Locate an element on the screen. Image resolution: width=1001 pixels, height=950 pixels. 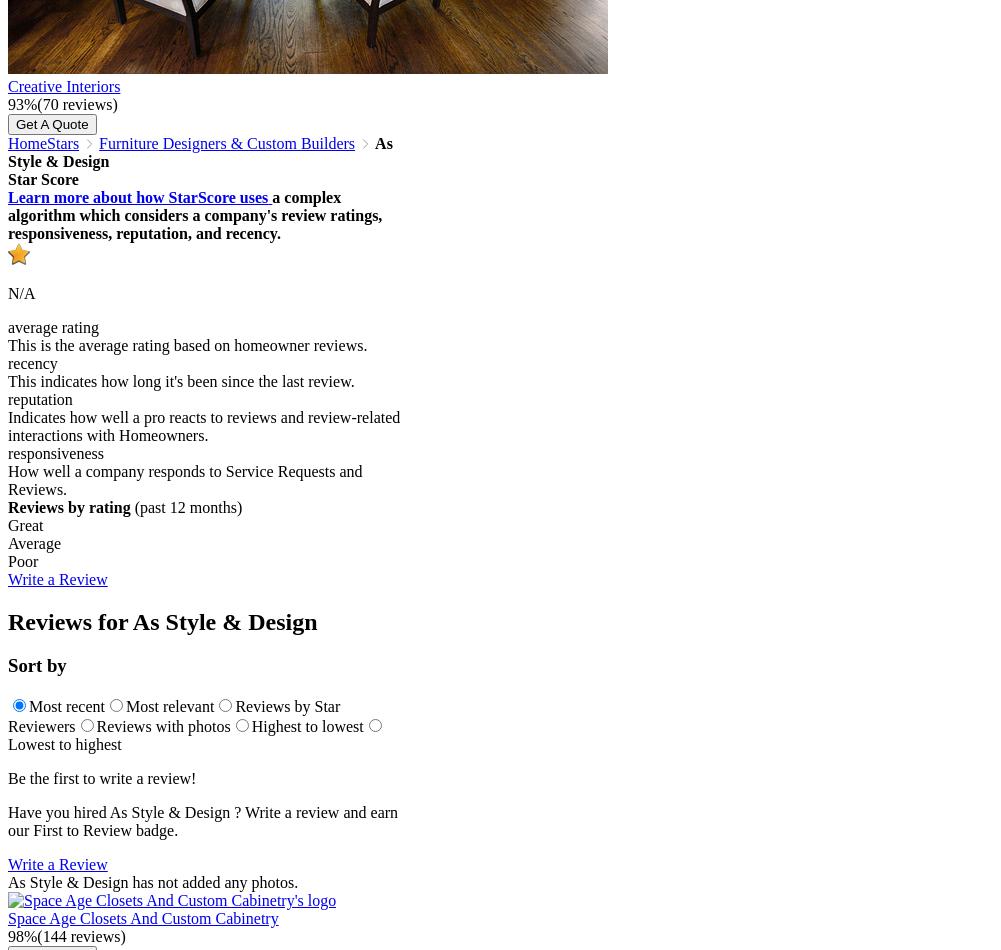
'144' is located at coordinates (53, 935).